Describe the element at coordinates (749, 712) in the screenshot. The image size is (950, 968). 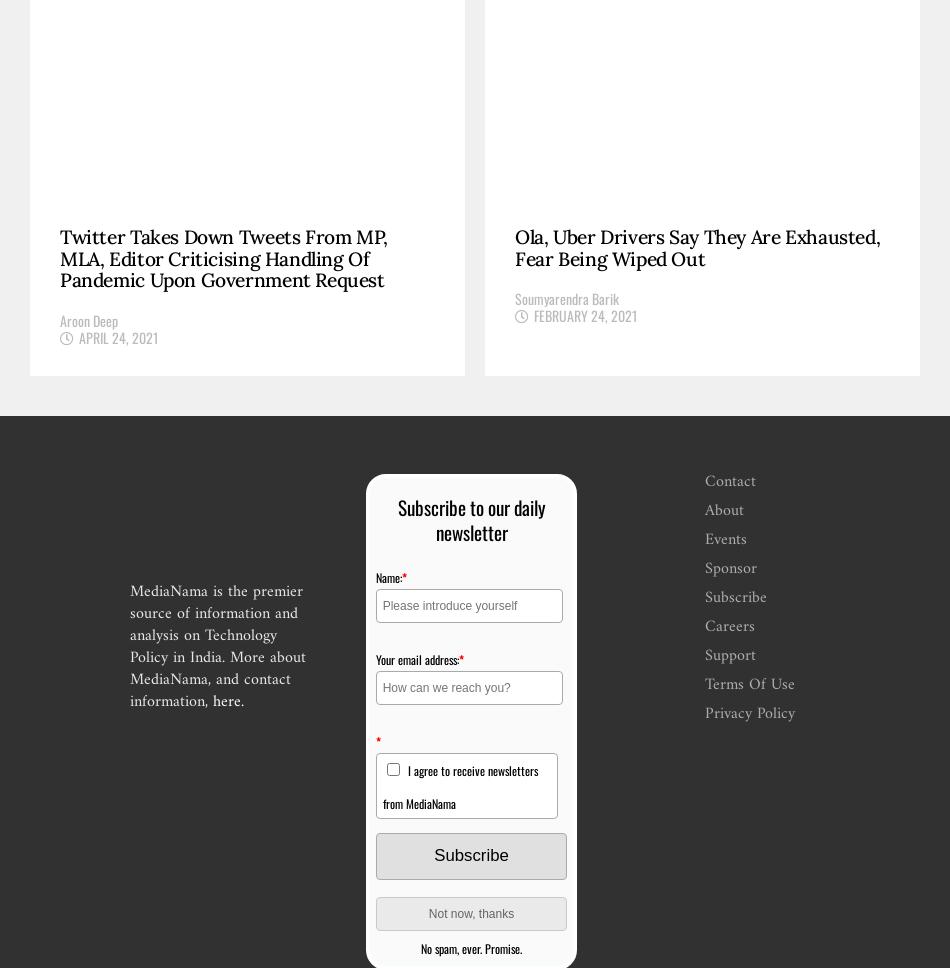
I see `'Privacy Policy'` at that location.